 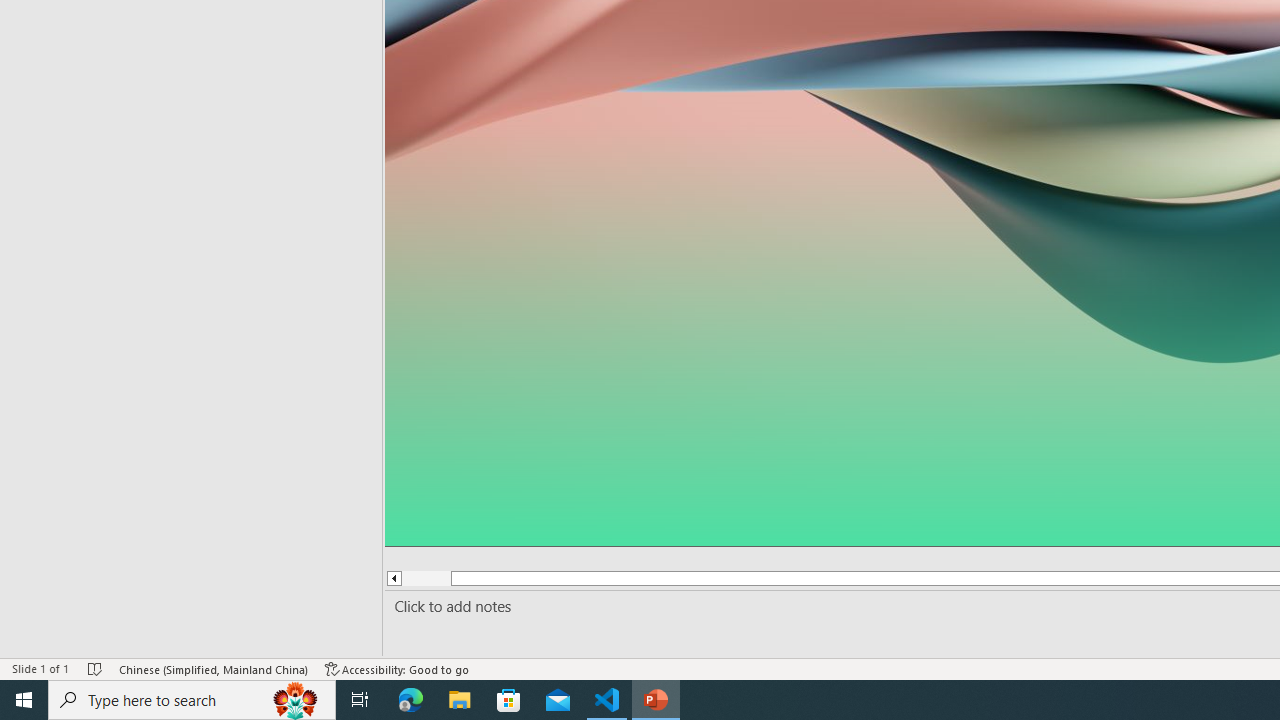 I want to click on 'Line up', so click(x=393, y=578).